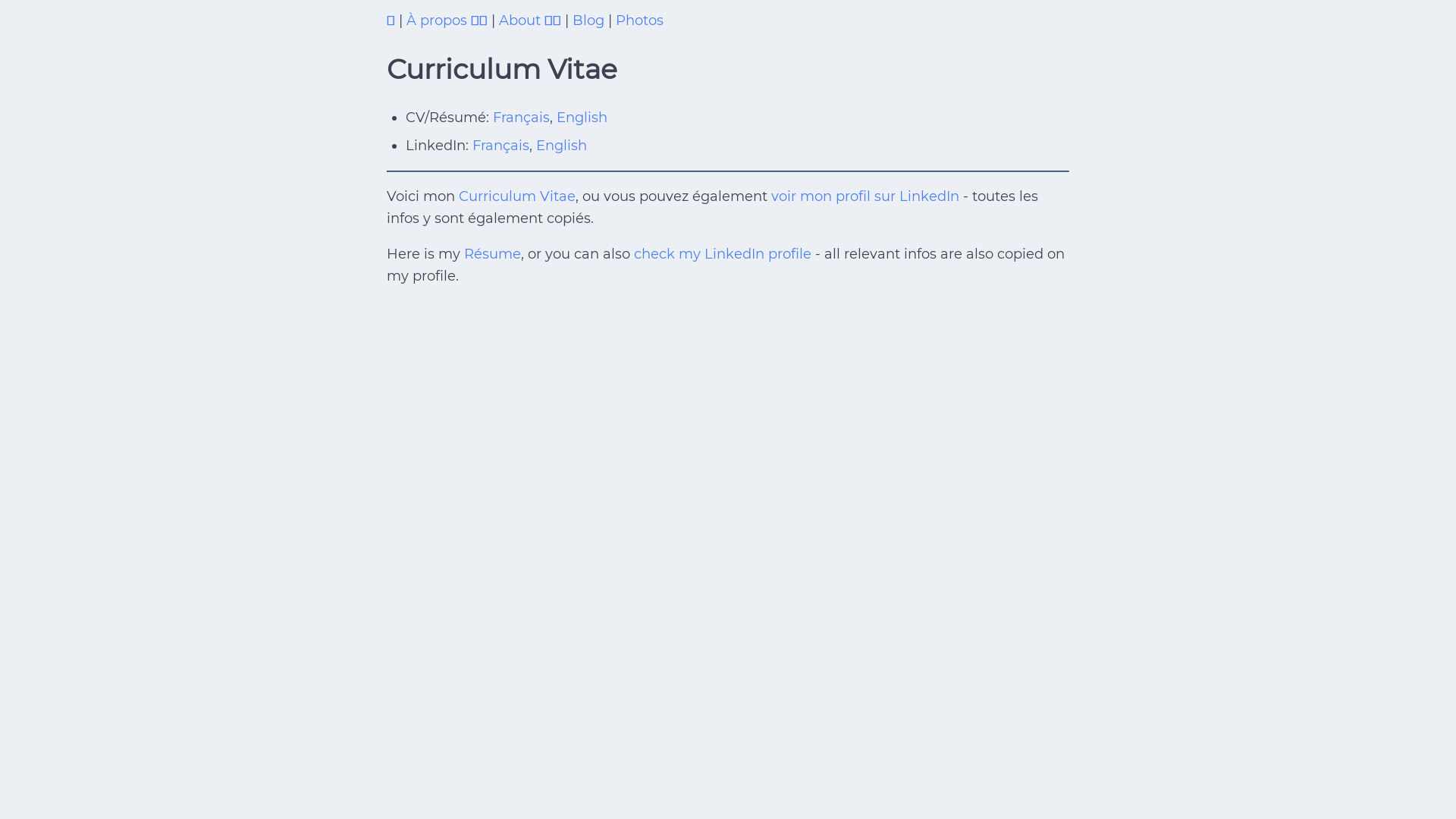  Describe the element at coordinates (722, 253) in the screenshot. I see `'check my LinkedIn profile'` at that location.